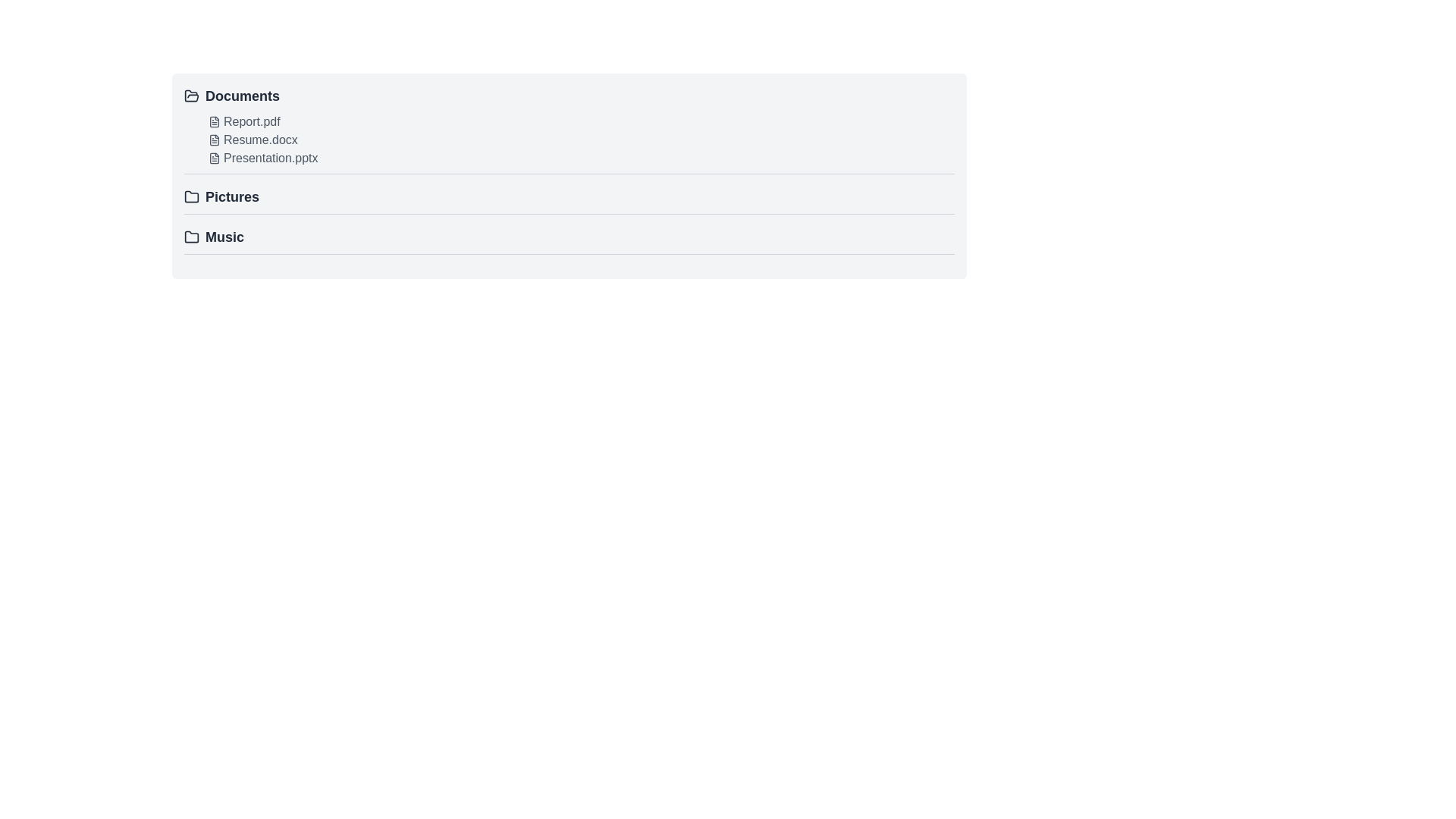 The image size is (1456, 819). What do you see at coordinates (191, 196) in the screenshot?
I see `the folder icon that has a simplistic outline design, located to the left of the 'Pictures' label` at bounding box center [191, 196].